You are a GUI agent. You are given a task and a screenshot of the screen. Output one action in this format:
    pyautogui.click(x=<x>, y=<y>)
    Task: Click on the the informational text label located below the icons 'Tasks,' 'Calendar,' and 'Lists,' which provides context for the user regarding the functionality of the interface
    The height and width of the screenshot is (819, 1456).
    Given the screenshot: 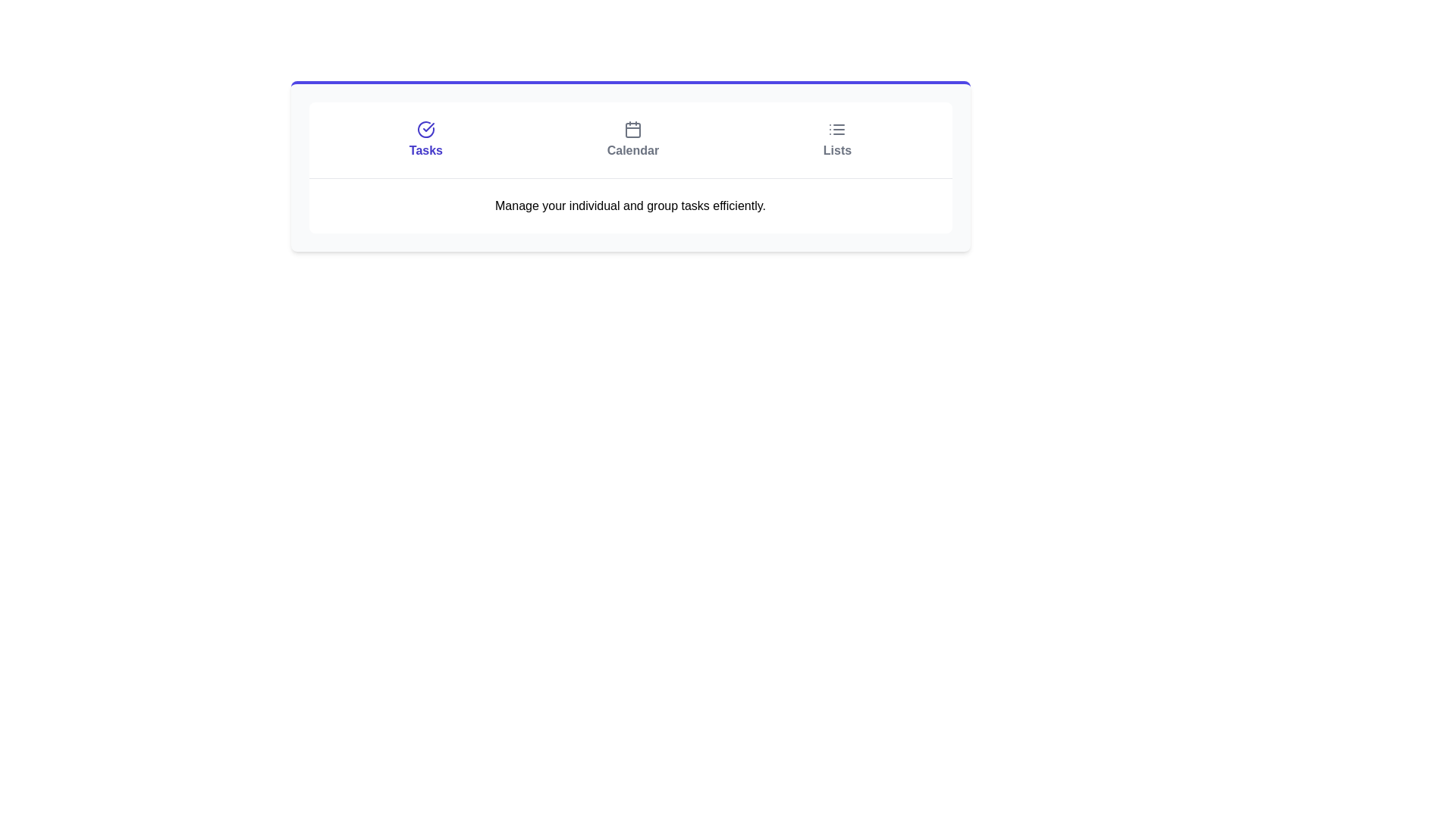 What is the action you would take?
    pyautogui.click(x=630, y=206)
    